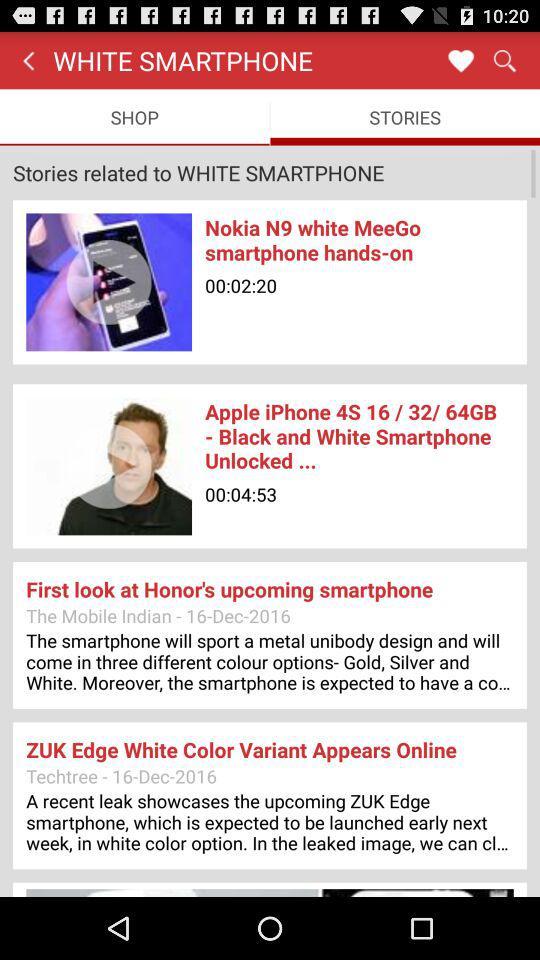 This screenshot has height=960, width=540. Describe the element at coordinates (503, 59) in the screenshot. I see `seach` at that location.